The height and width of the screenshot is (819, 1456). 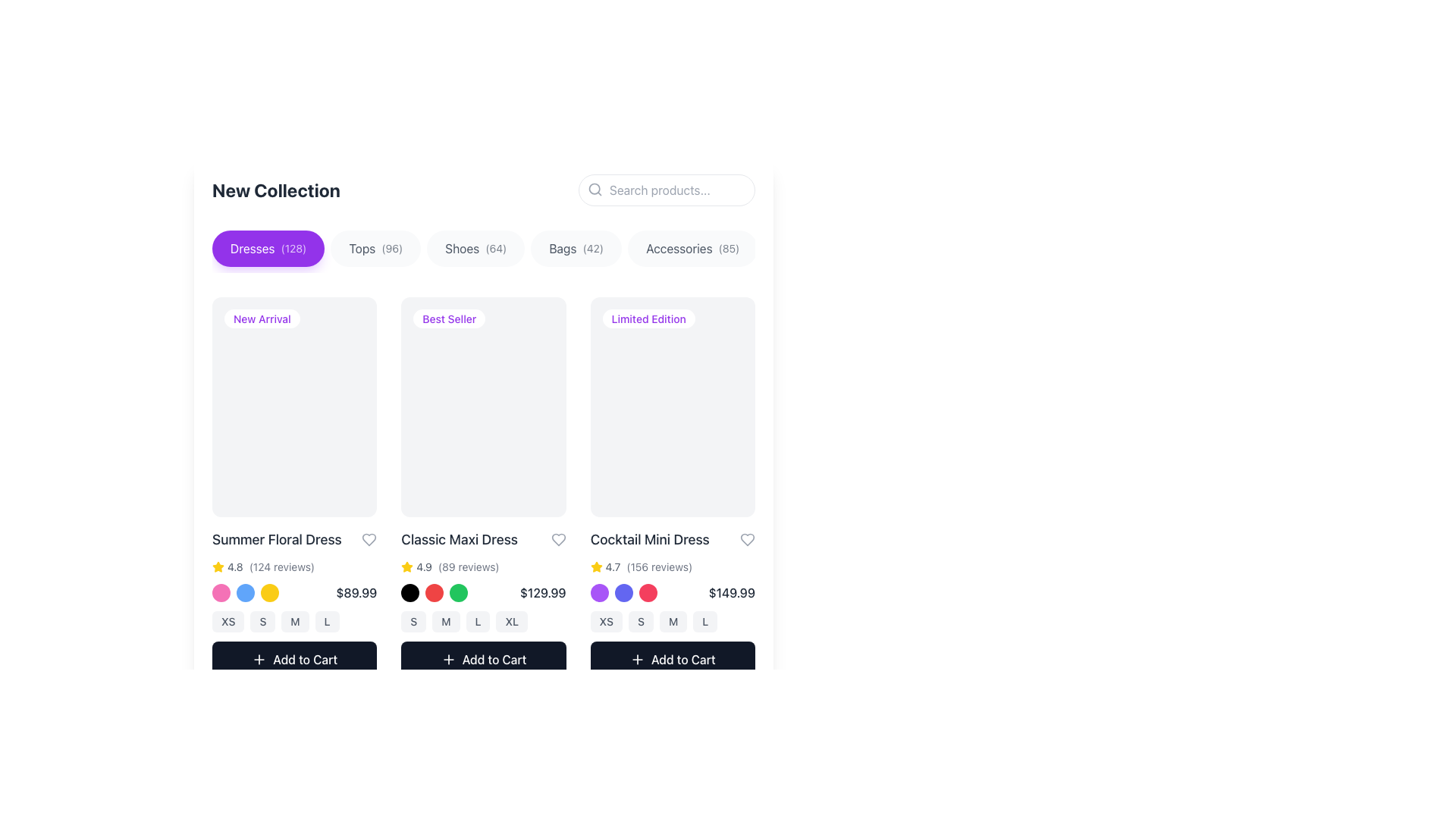 I want to click on the rounded rectangular button labeled 'Accessories(85)', so click(x=692, y=247).